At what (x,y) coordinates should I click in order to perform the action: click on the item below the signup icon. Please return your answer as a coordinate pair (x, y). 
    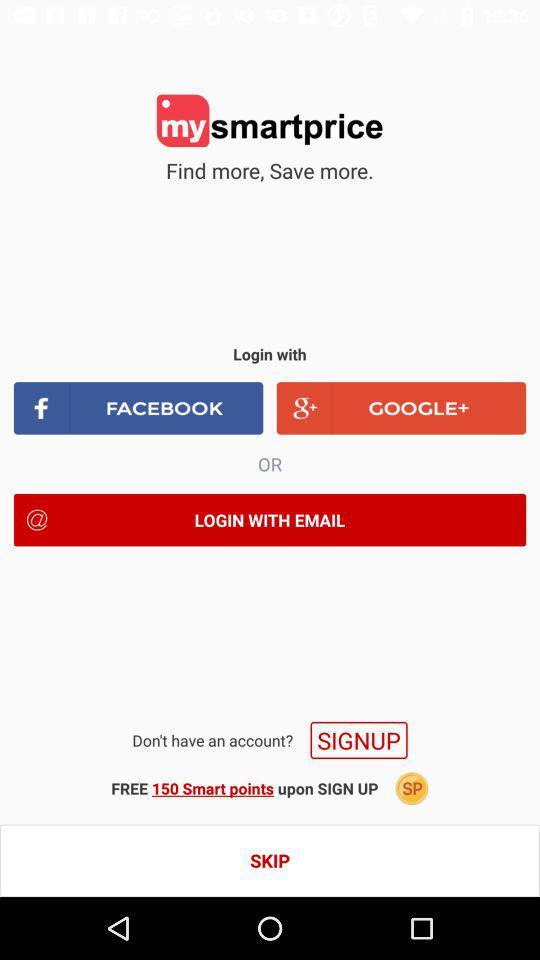
    Looking at the image, I should click on (411, 788).